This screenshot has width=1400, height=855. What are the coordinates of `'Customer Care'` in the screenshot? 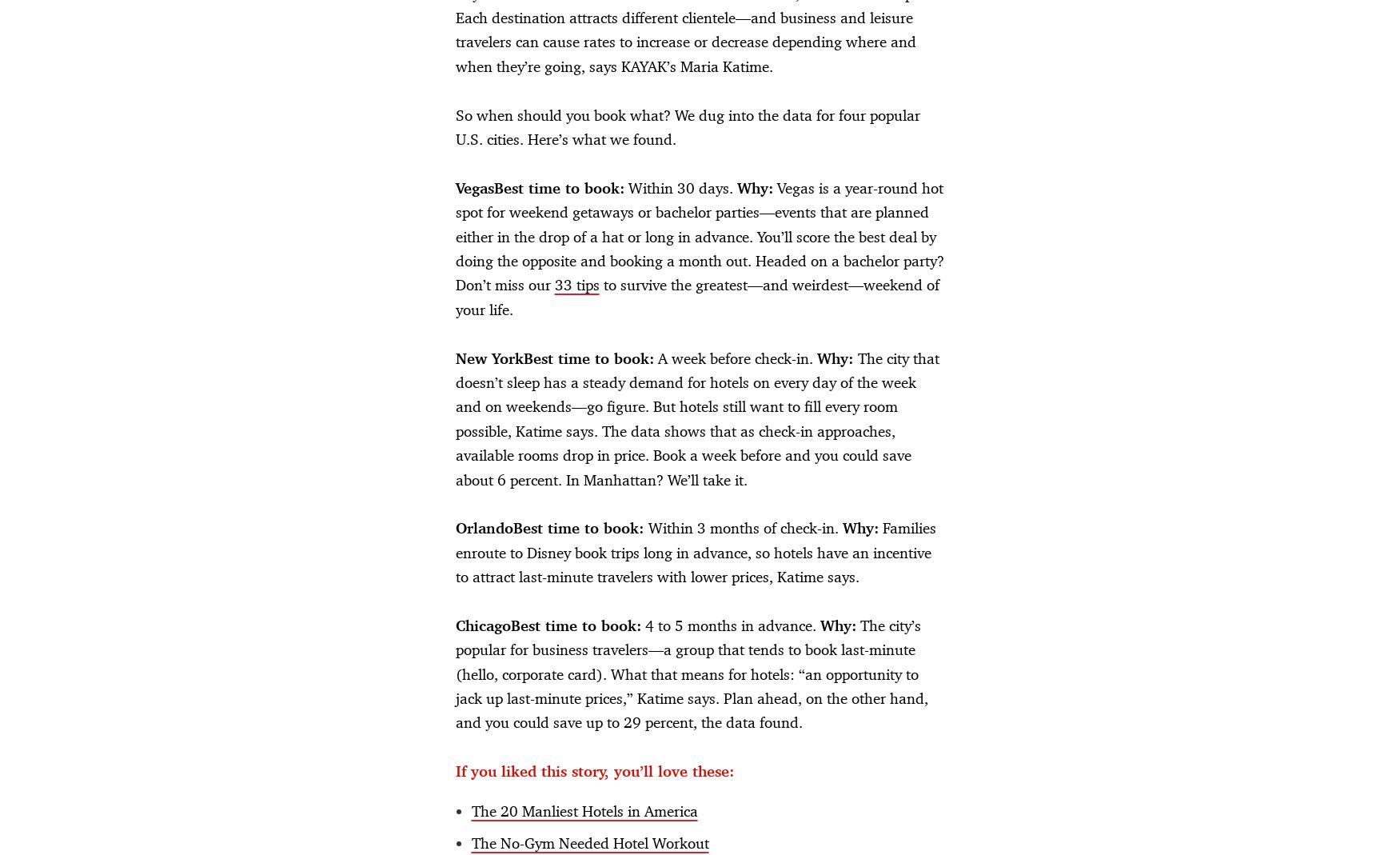 It's located at (740, 581).